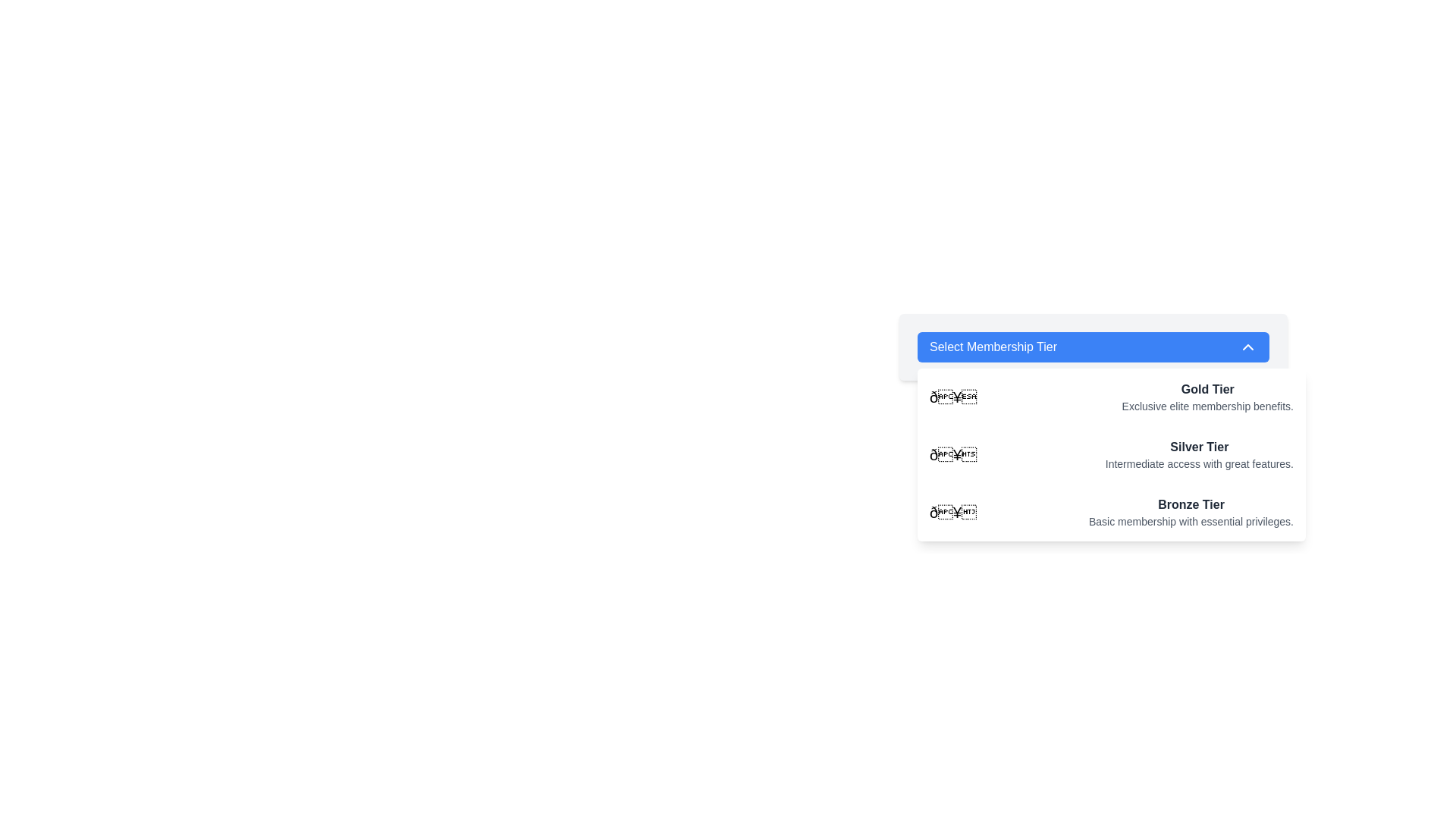 This screenshot has height=819, width=1456. Describe the element at coordinates (1198, 447) in the screenshot. I see `bold text 'Silver Tier' located centrally within the membership options dropdown menu, positioned between 'Gold Tier' and 'Bronze Tier'` at that location.